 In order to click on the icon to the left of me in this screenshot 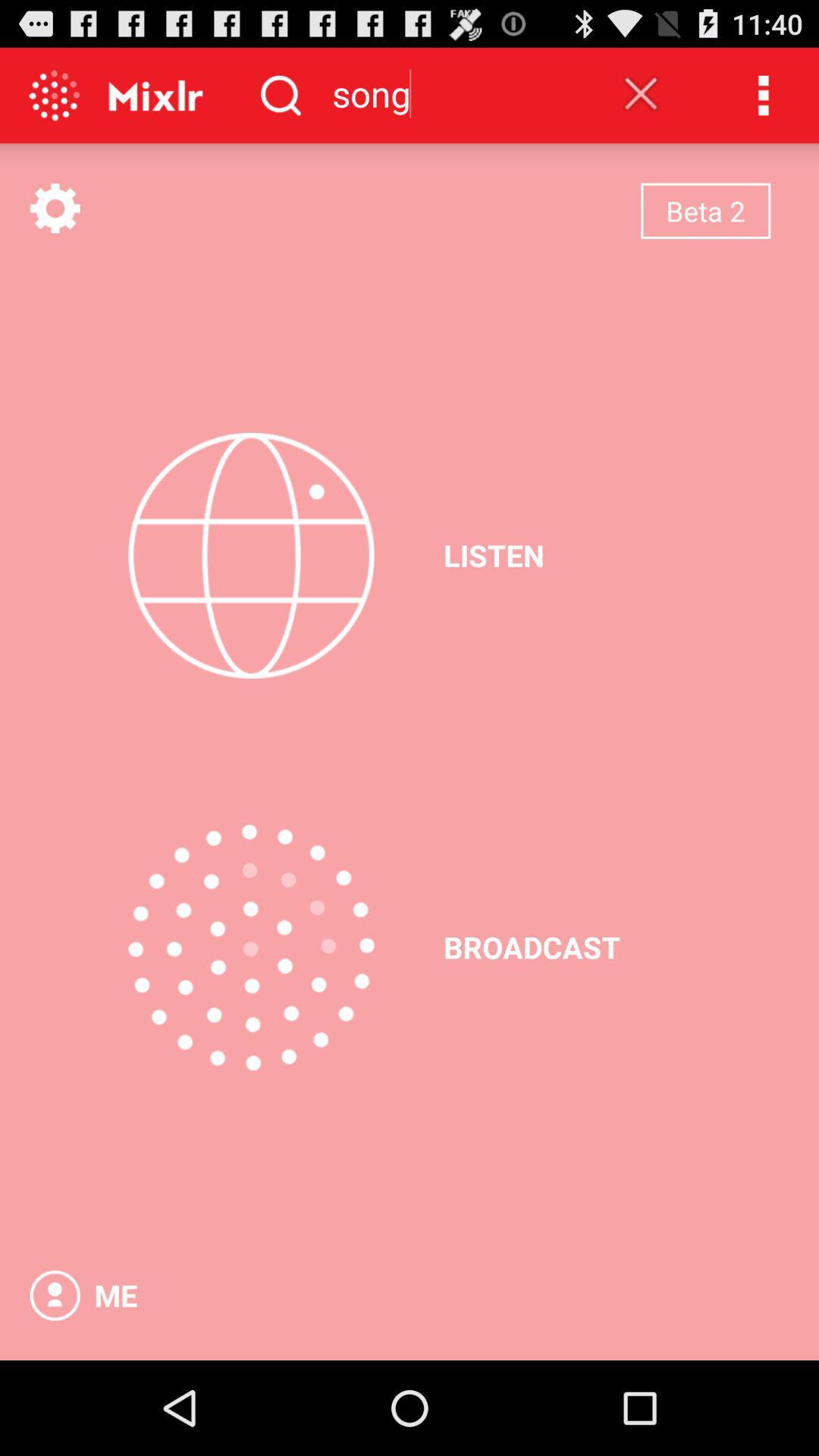, I will do `click(54, 1294)`.